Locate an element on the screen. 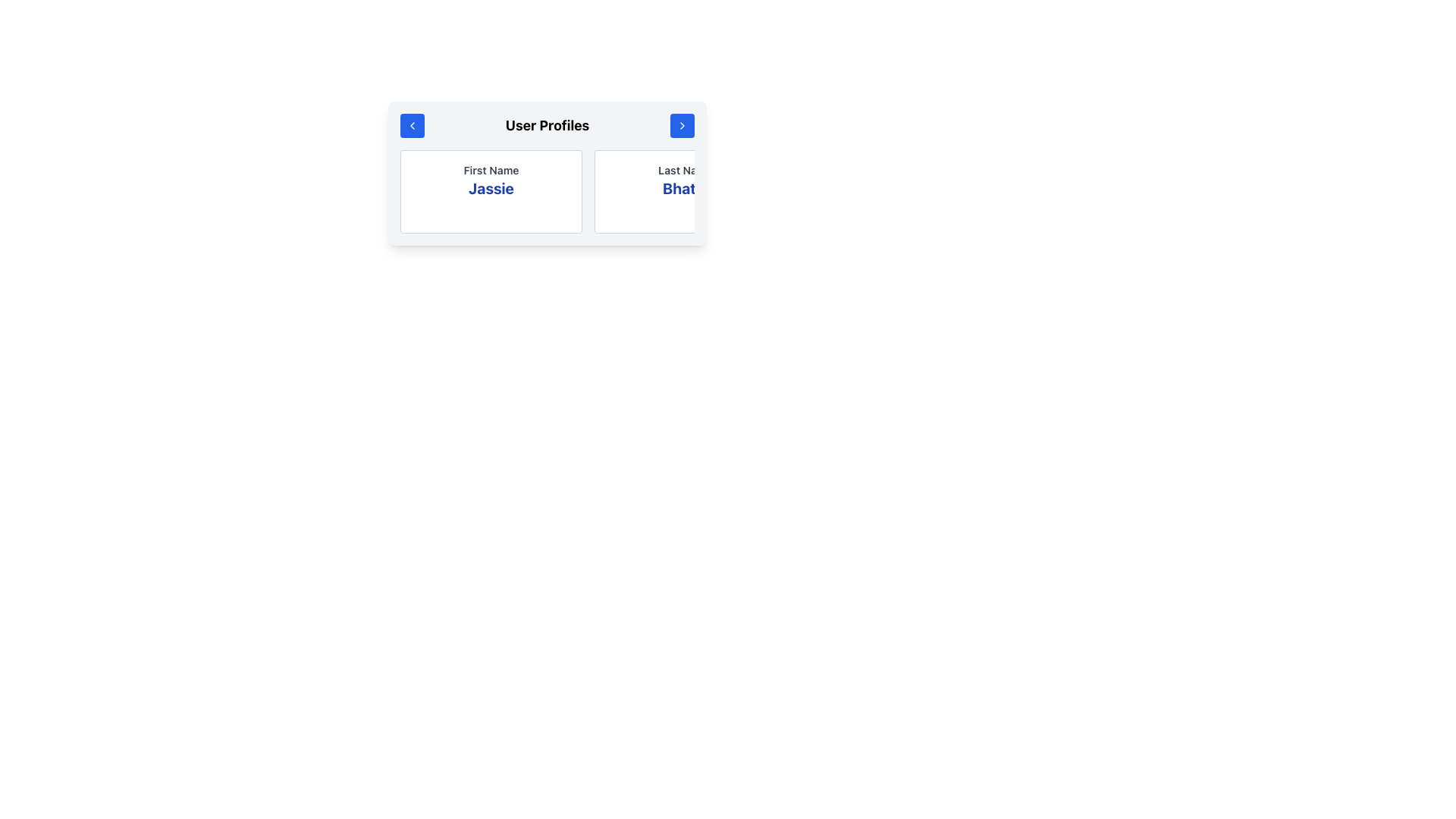 Image resolution: width=1456 pixels, height=819 pixels. the Text Display element that shows 'Jassie' in bold, large, blue-colored font, located below the 'First Name' label is located at coordinates (491, 188).